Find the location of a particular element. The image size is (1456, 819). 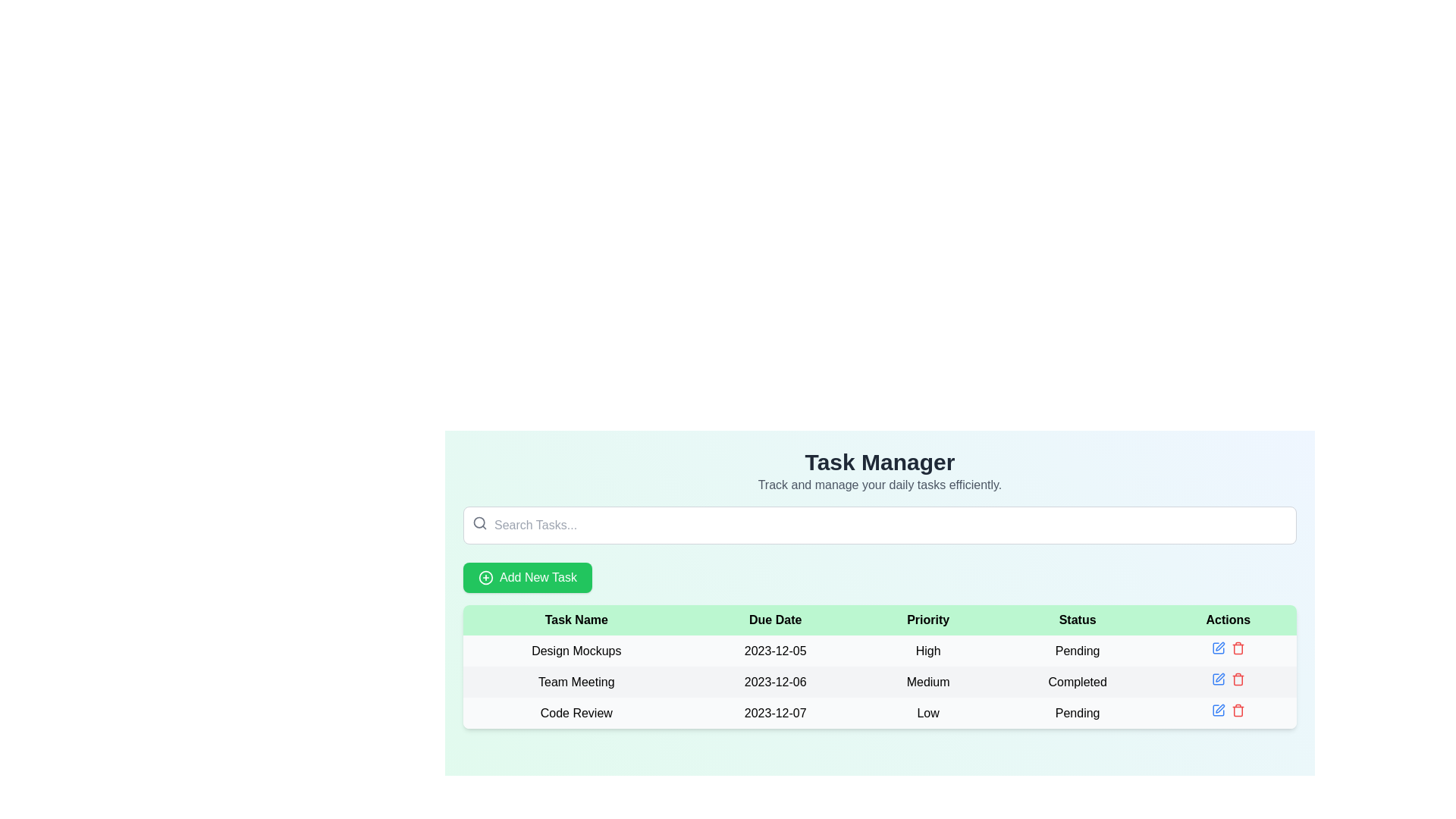

the first row in the Task Manager table is located at coordinates (880, 650).